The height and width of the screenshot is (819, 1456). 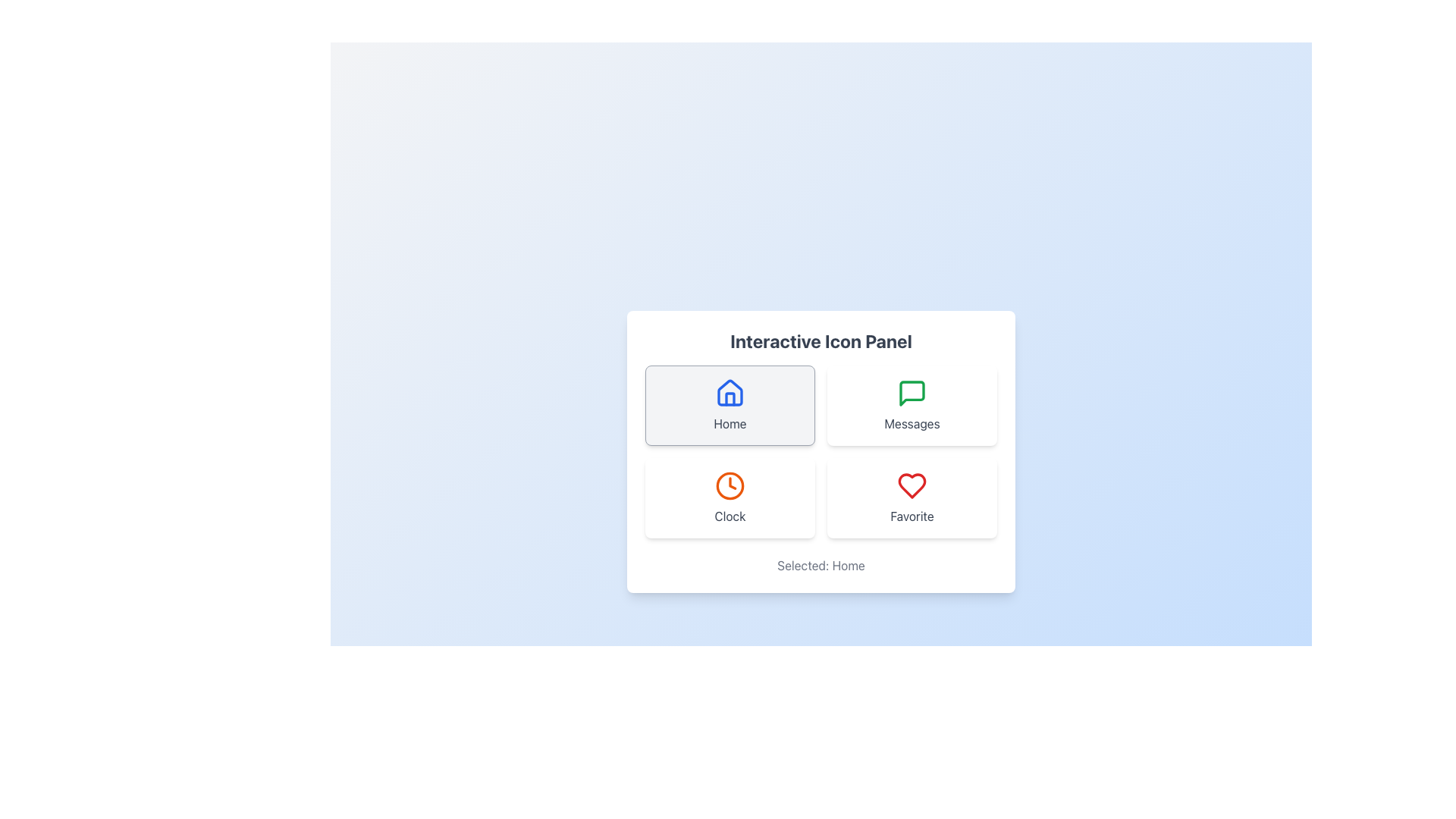 I want to click on the 'Messages' button, which is represented by a green speech bubble icon and labeled with the text 'Messages' in gray, located in the top-right quadrant of a 2x2 grid layout, so click(x=912, y=405).